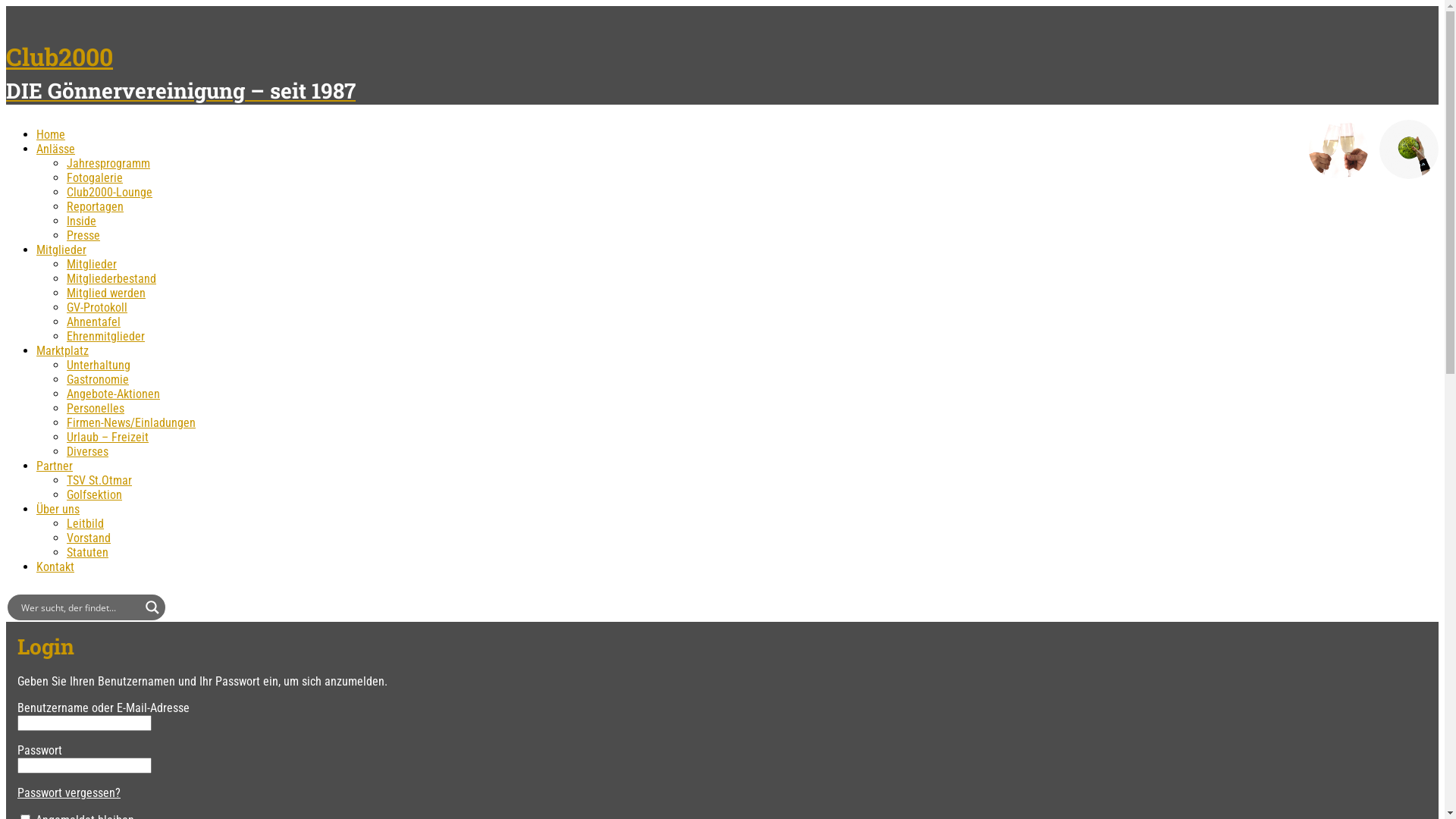  I want to click on 'Mitgliederbestand', so click(65, 278).